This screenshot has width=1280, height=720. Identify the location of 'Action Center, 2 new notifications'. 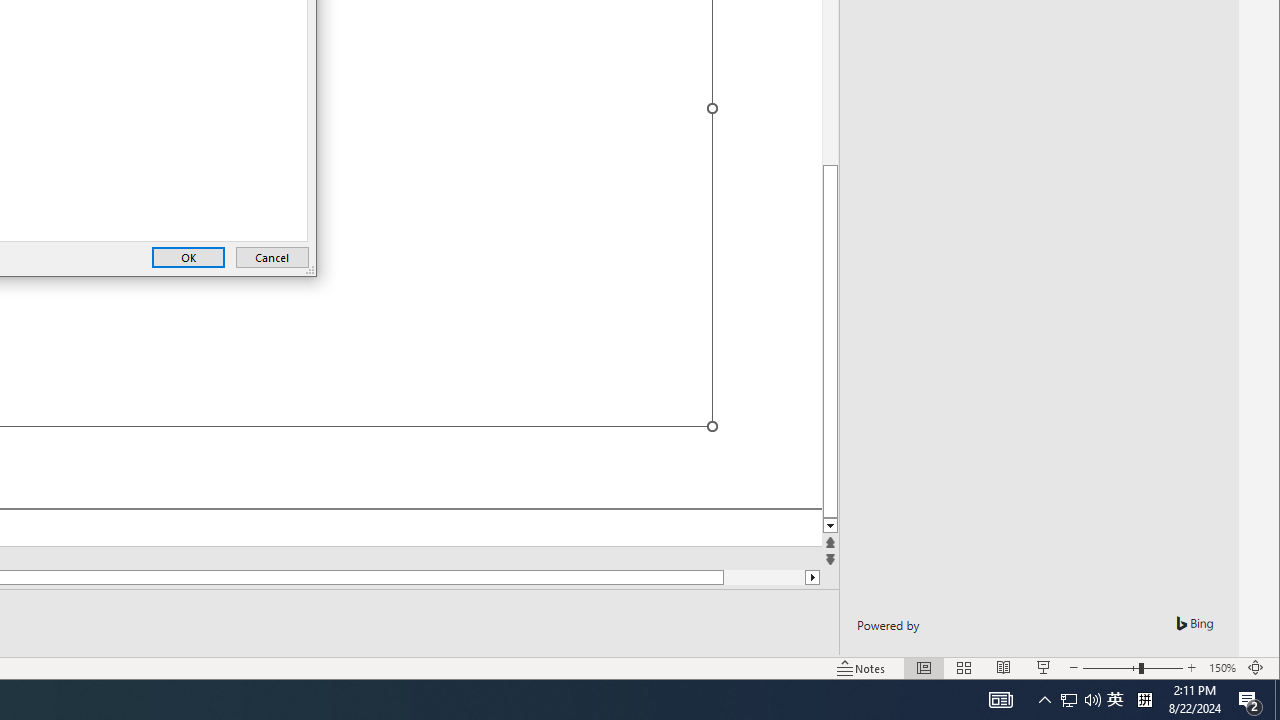
(1250, 698).